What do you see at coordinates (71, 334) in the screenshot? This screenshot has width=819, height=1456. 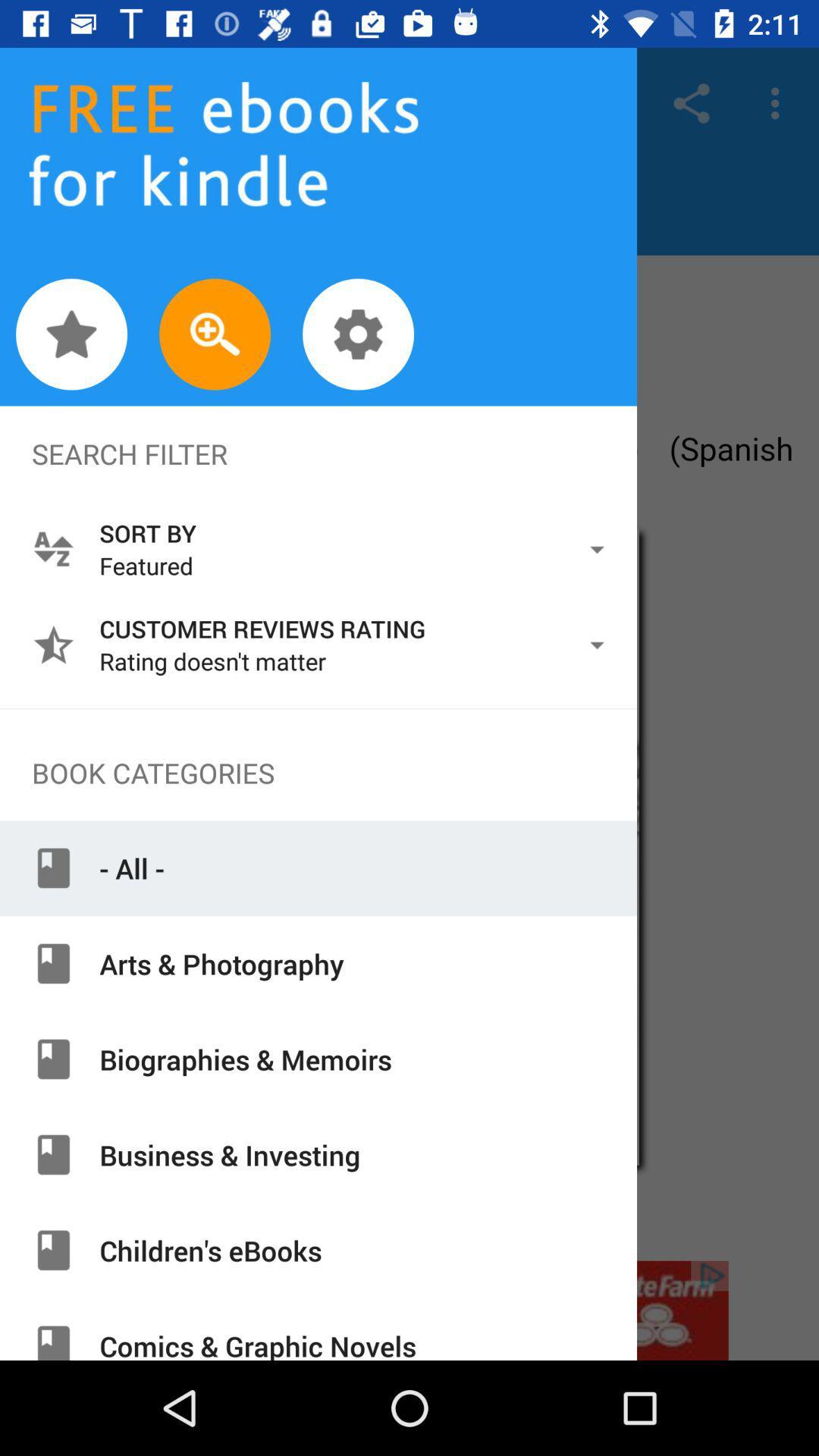 I see `fave rad` at bounding box center [71, 334].